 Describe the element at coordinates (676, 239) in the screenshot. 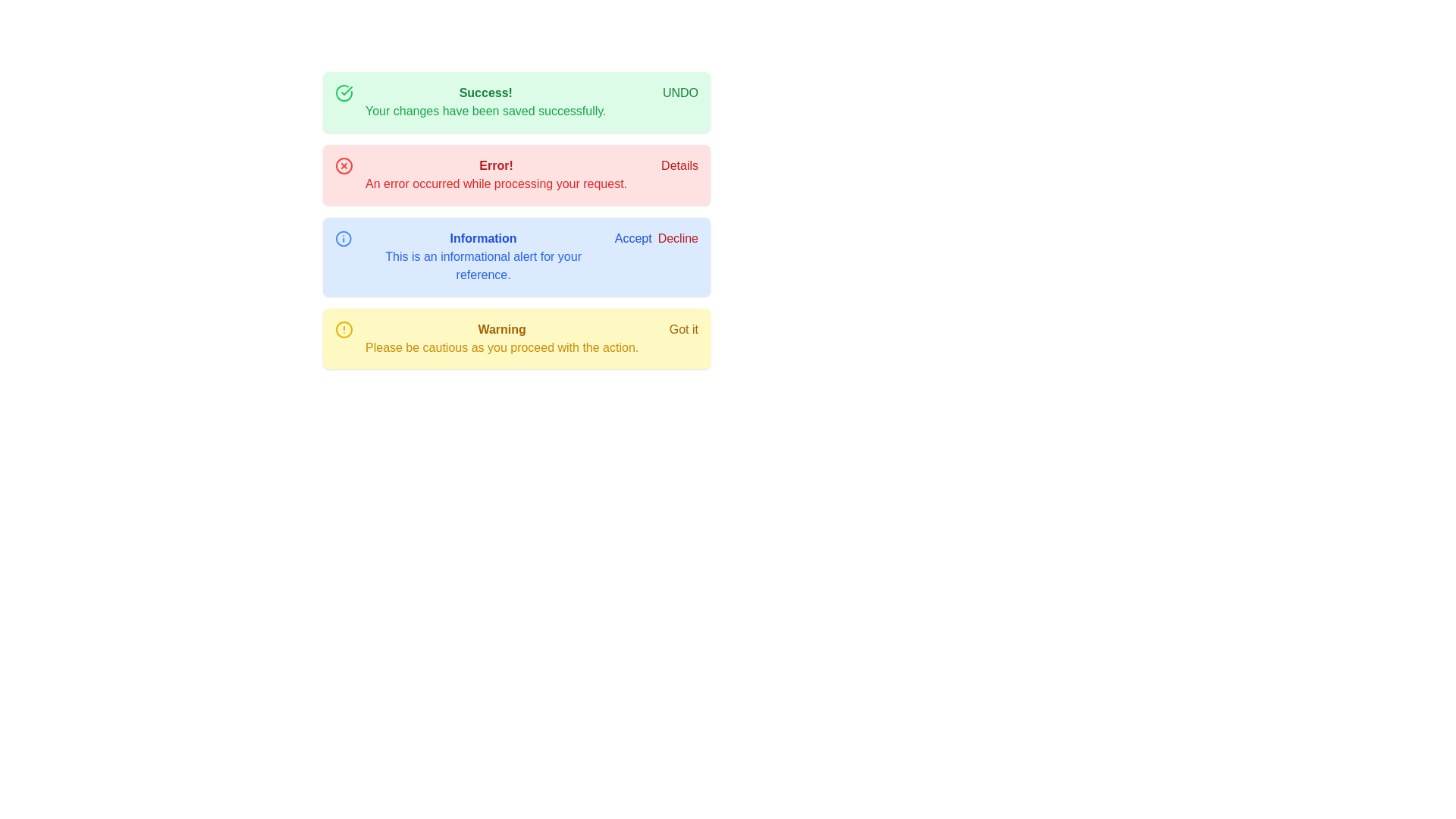

I see `the 'Decline' button, which is a red text link positioned on the right side of the 'Accept' button` at that location.